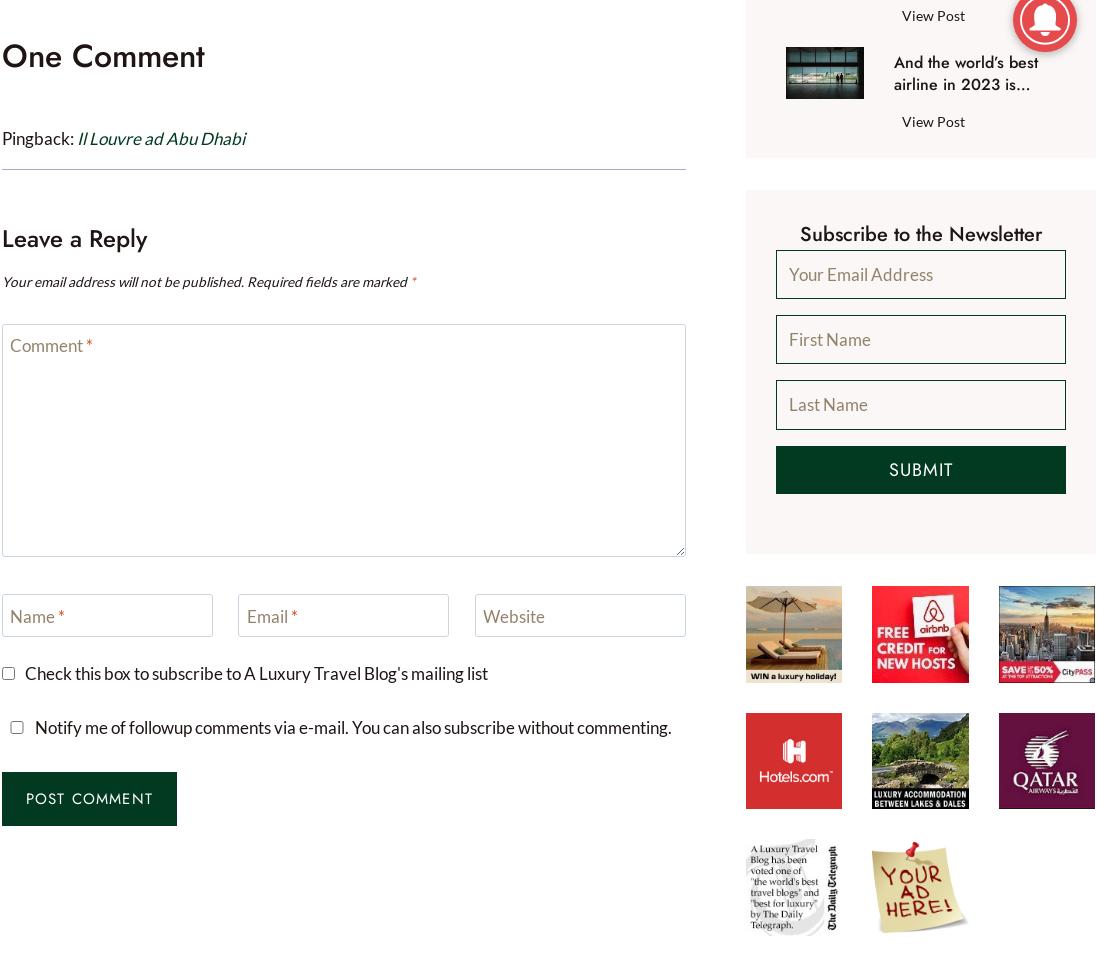 This screenshot has height=964, width=1097. Describe the element at coordinates (160, 137) in the screenshot. I see `'Il Louvre ad Abu Dhabi'` at that location.